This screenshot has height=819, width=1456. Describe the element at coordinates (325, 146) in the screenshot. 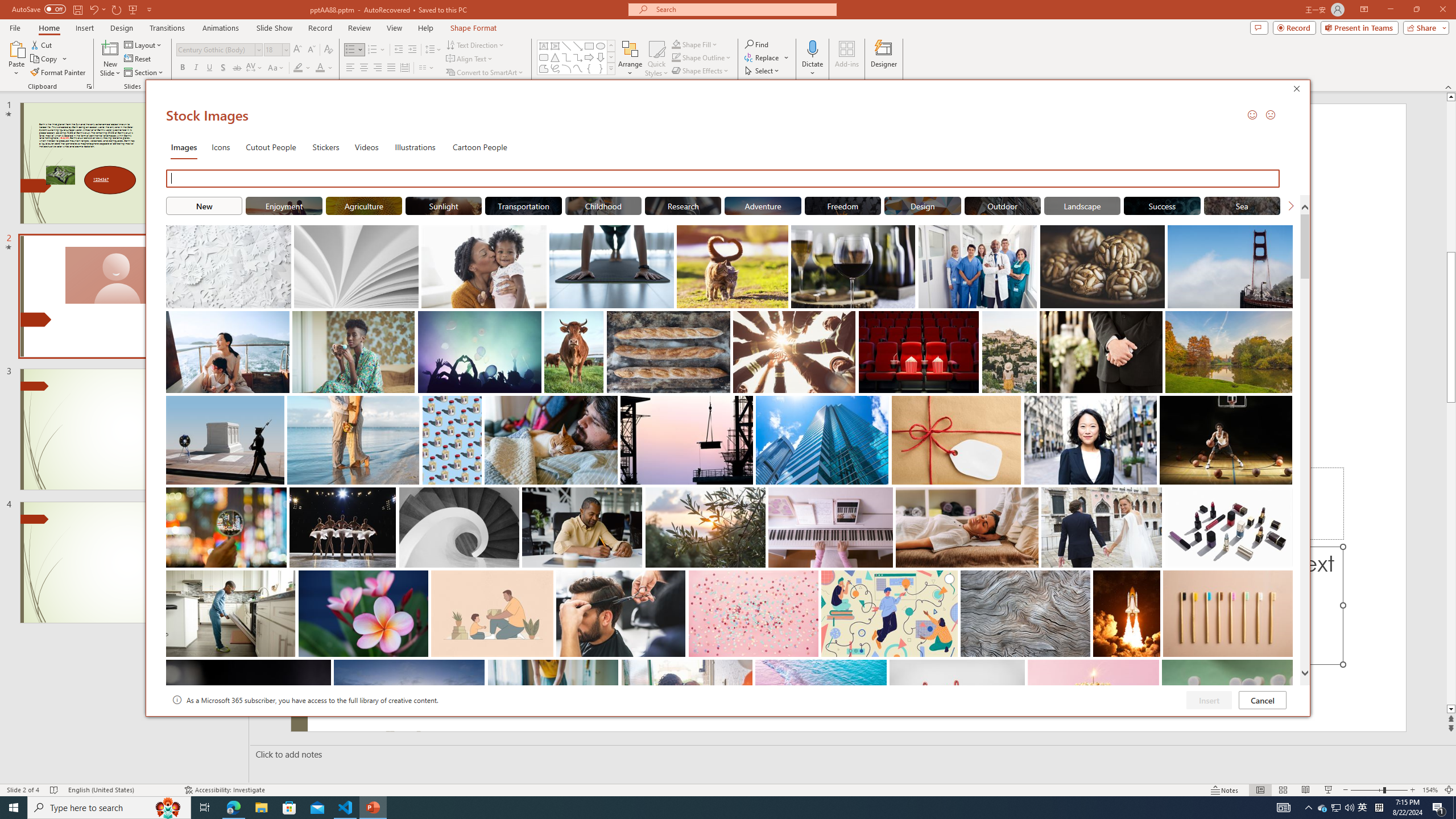

I see `'Stickers'` at that location.